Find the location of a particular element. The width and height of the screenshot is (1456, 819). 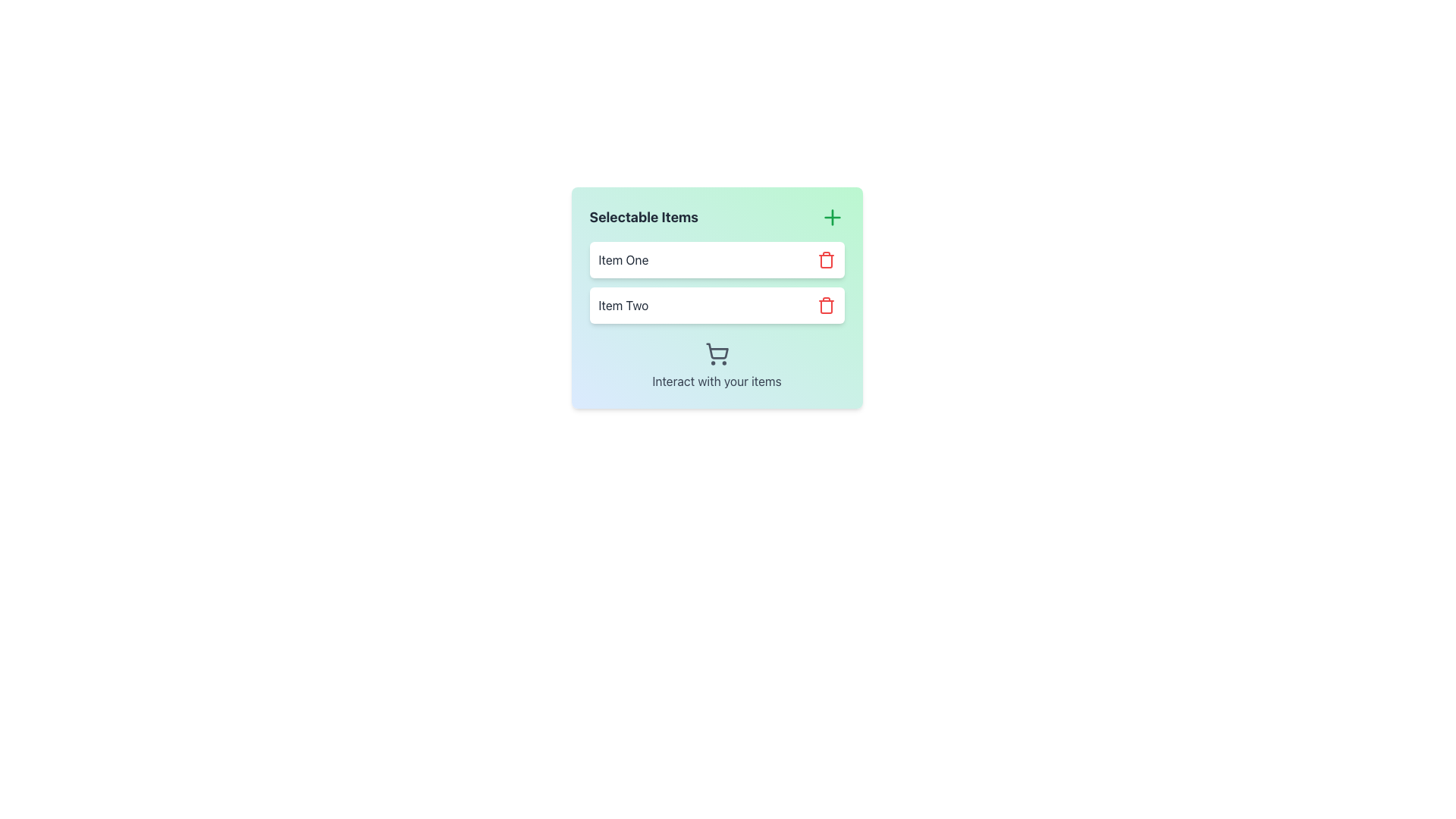

the delete button located to the right of 'Item Two' in the second row of the 'Selectable Items' list is located at coordinates (825, 305).